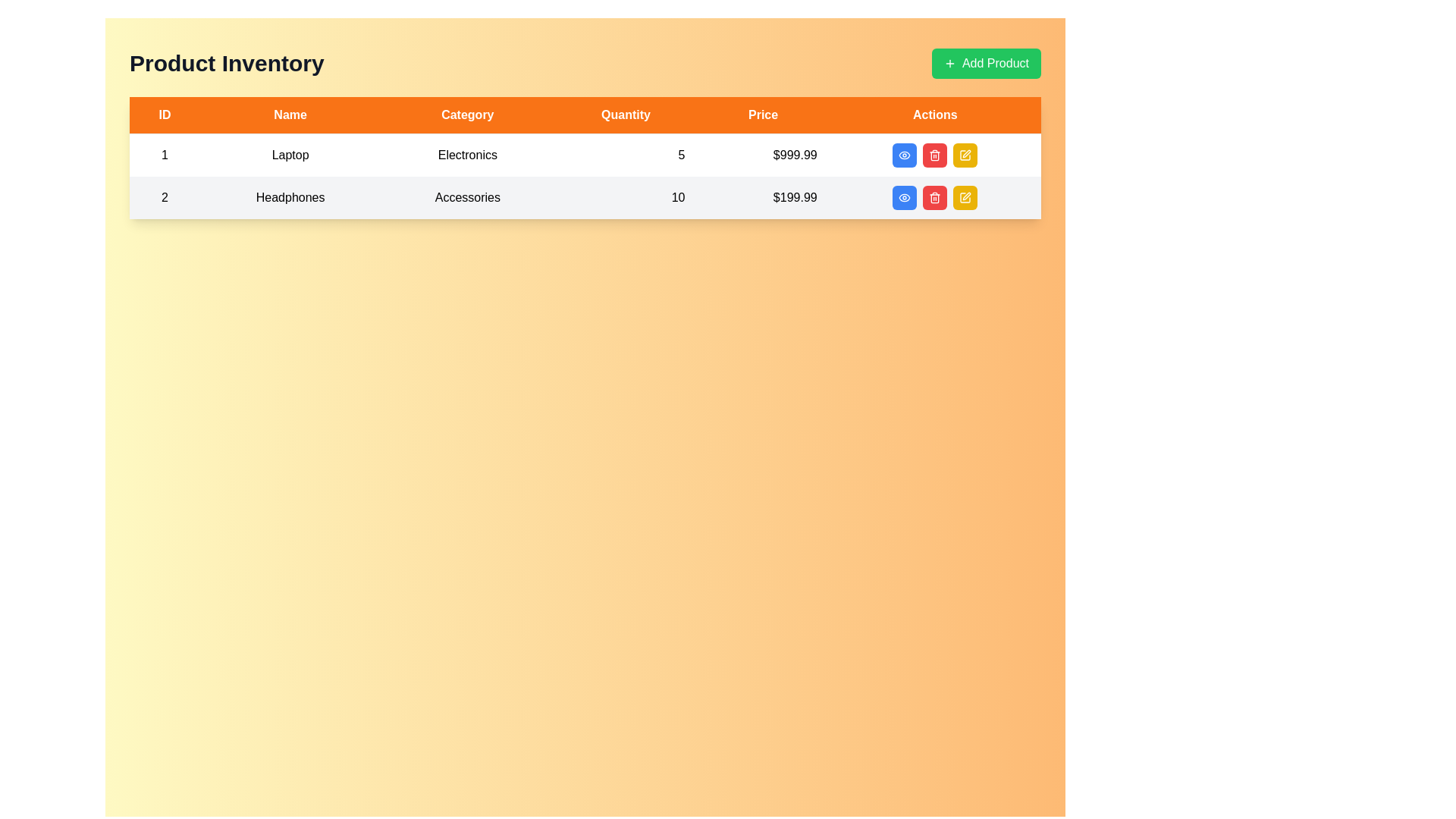 The height and width of the screenshot is (819, 1456). What do you see at coordinates (986, 63) in the screenshot?
I see `the action button for adding a product to the inventory, located in the top-right corner of the layout, to observe its hover effect` at bounding box center [986, 63].